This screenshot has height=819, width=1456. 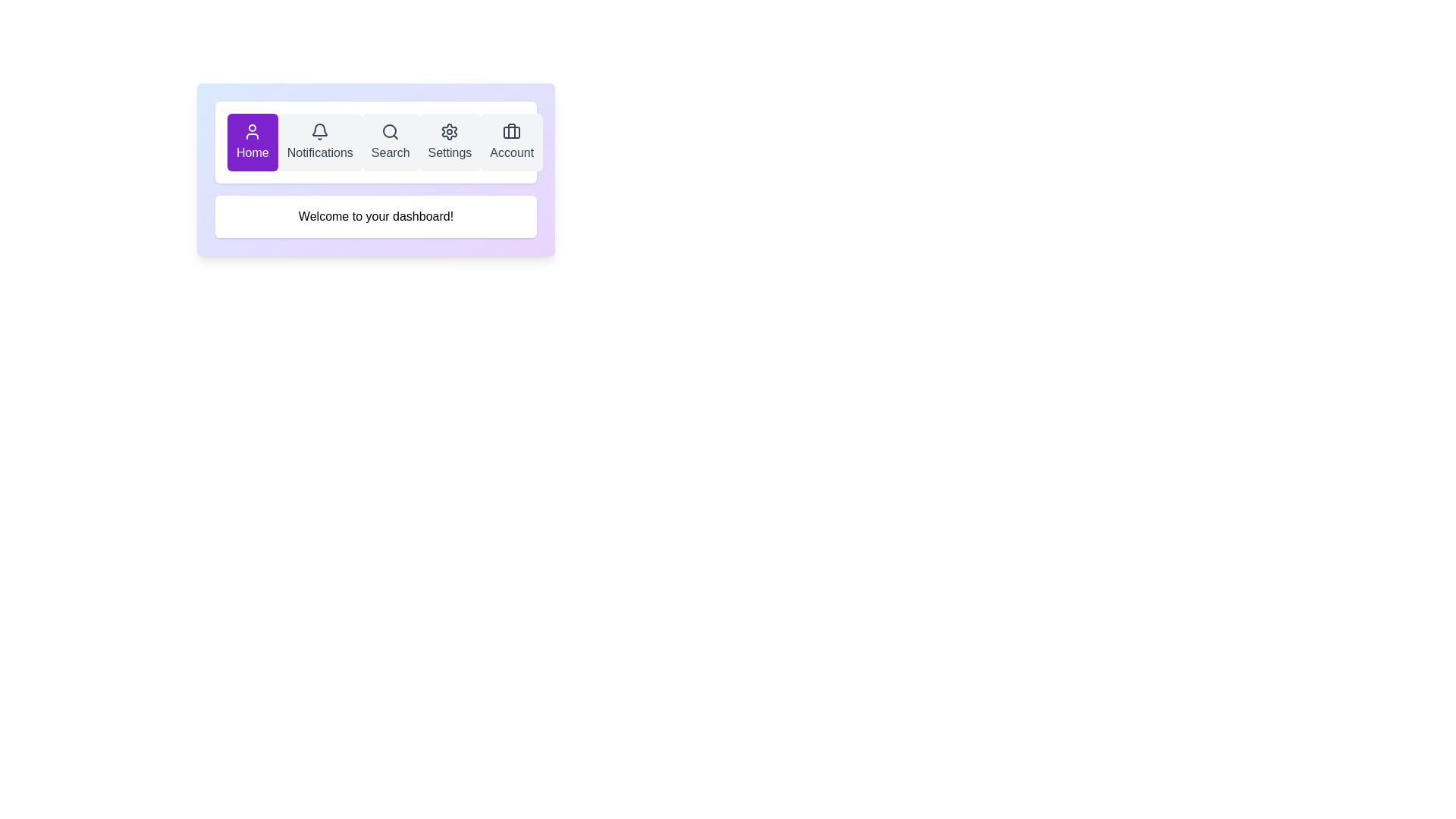 What do you see at coordinates (319, 143) in the screenshot?
I see `the notifications button, which is the second button in the horizontal navigation bar, positioned between the 'Home' button and the 'Search' button` at bounding box center [319, 143].